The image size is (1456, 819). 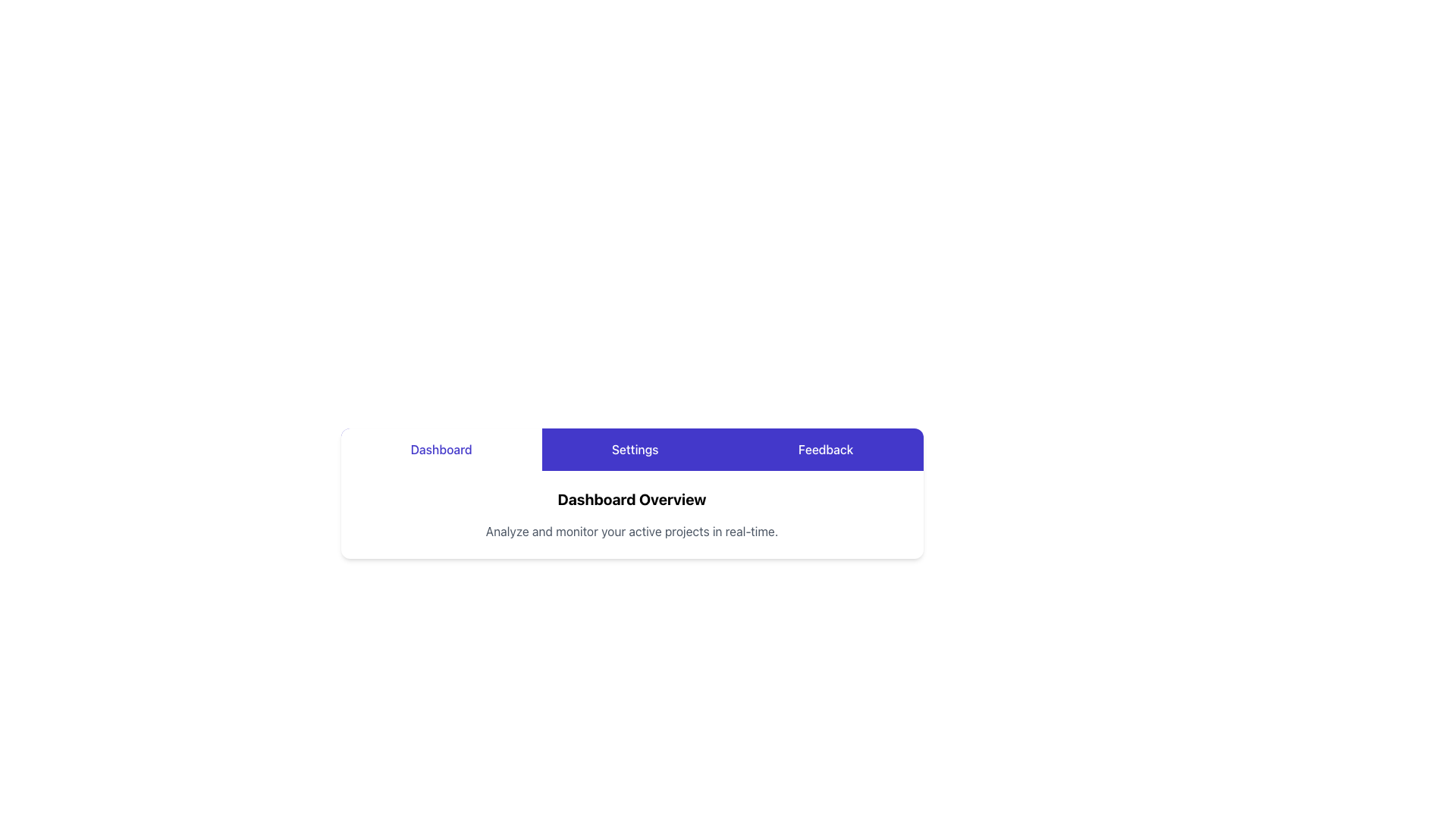 What do you see at coordinates (632, 449) in the screenshot?
I see `the 'Settings' tab in the navigation bar` at bounding box center [632, 449].